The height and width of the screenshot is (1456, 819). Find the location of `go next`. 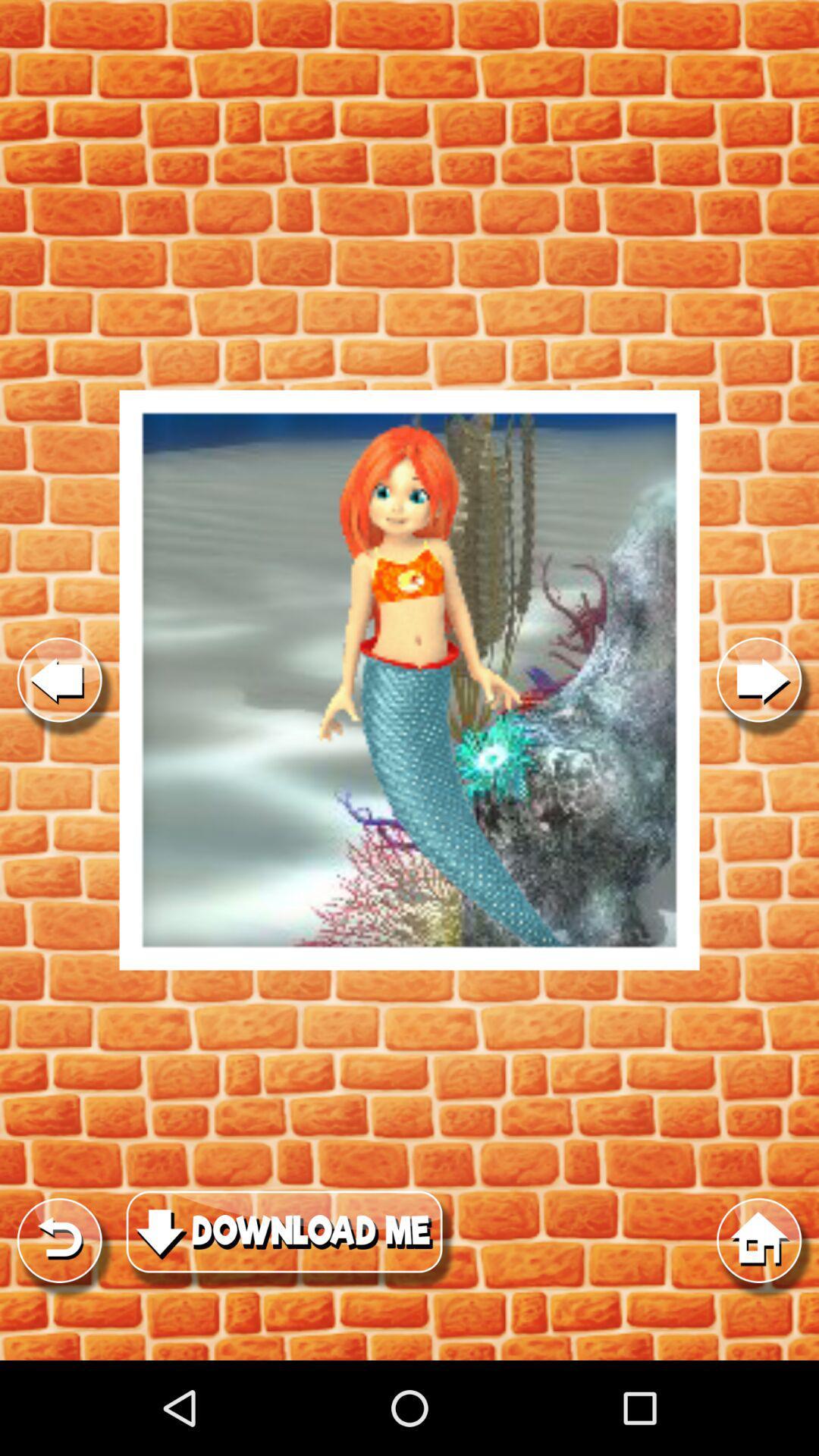

go next is located at coordinates (759, 679).